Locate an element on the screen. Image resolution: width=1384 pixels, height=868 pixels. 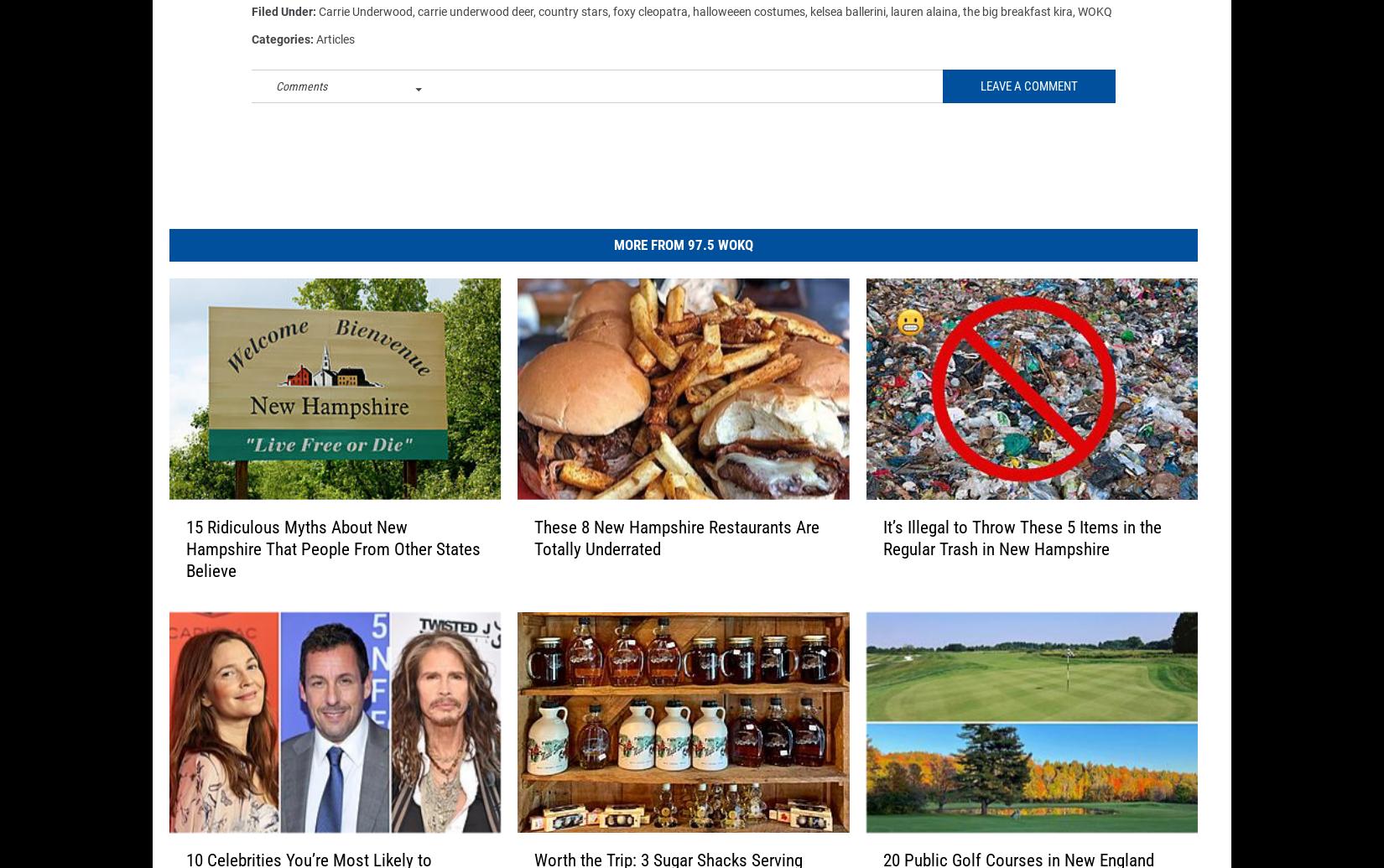
'It’s Illegal to Throw These 5 Items in the Regular Trash in New Hampshire' is located at coordinates (1022, 548).